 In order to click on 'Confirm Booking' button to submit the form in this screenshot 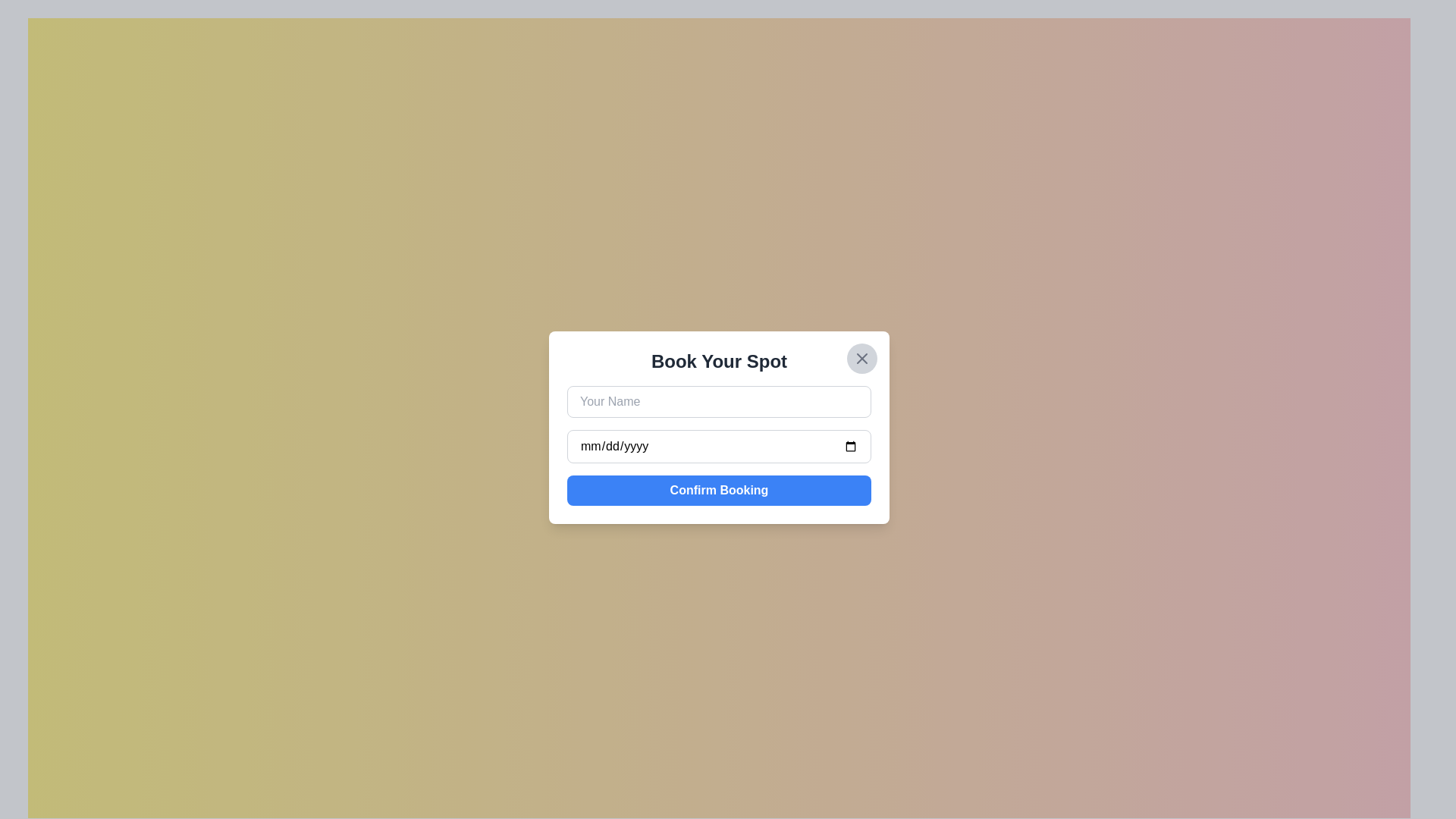, I will do `click(718, 491)`.